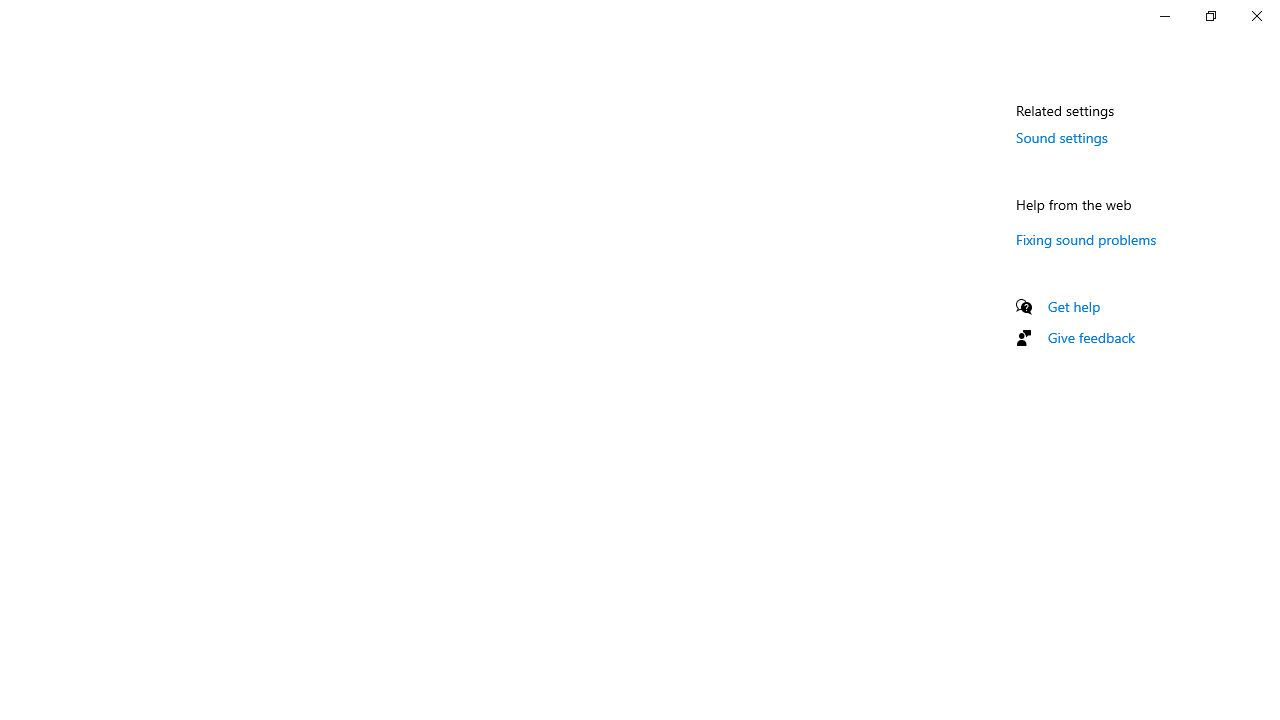 The width and height of the screenshot is (1280, 720). I want to click on 'Close Settings', so click(1255, 15).